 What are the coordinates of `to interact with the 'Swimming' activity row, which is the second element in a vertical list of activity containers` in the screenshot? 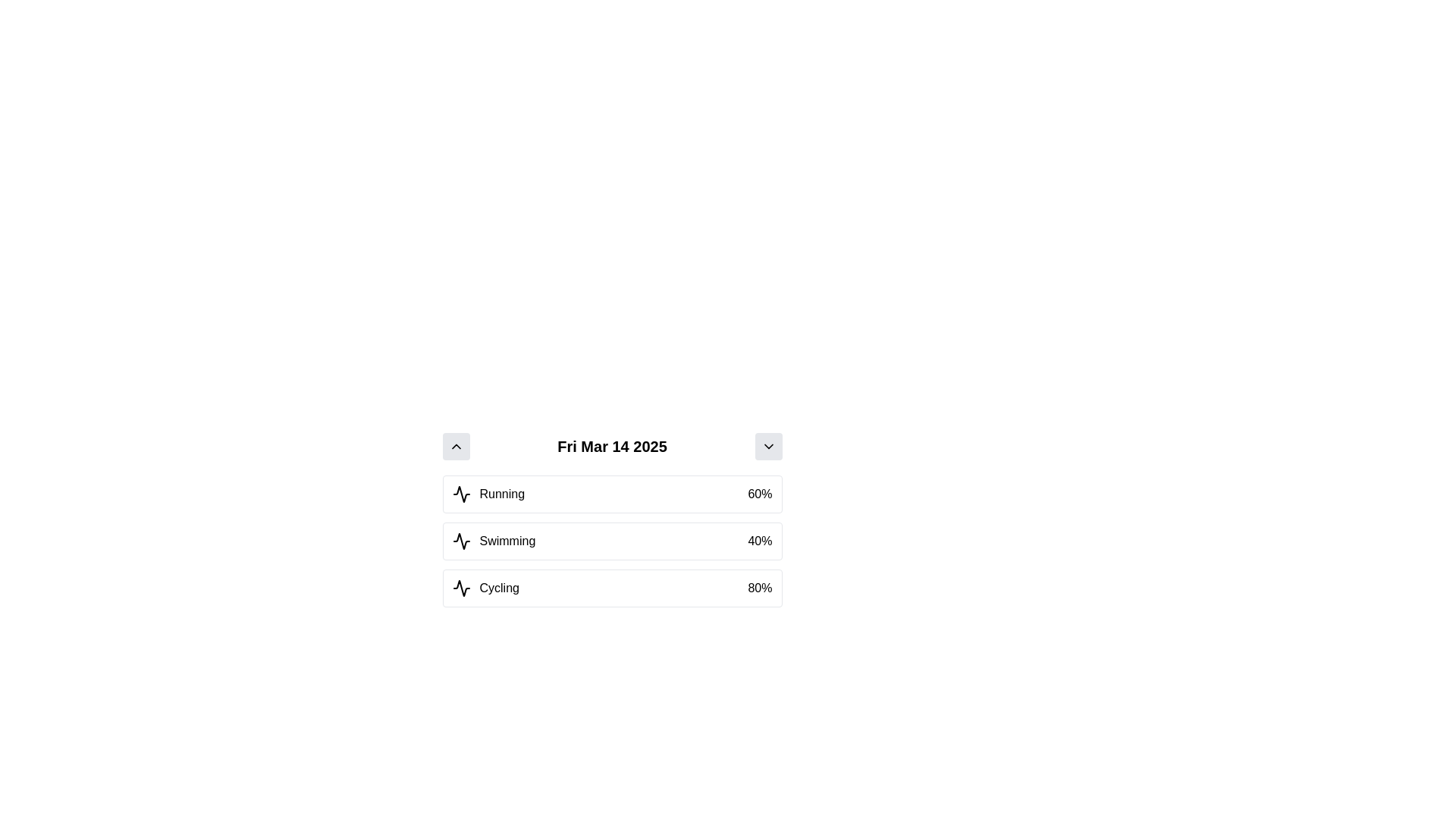 It's located at (612, 540).